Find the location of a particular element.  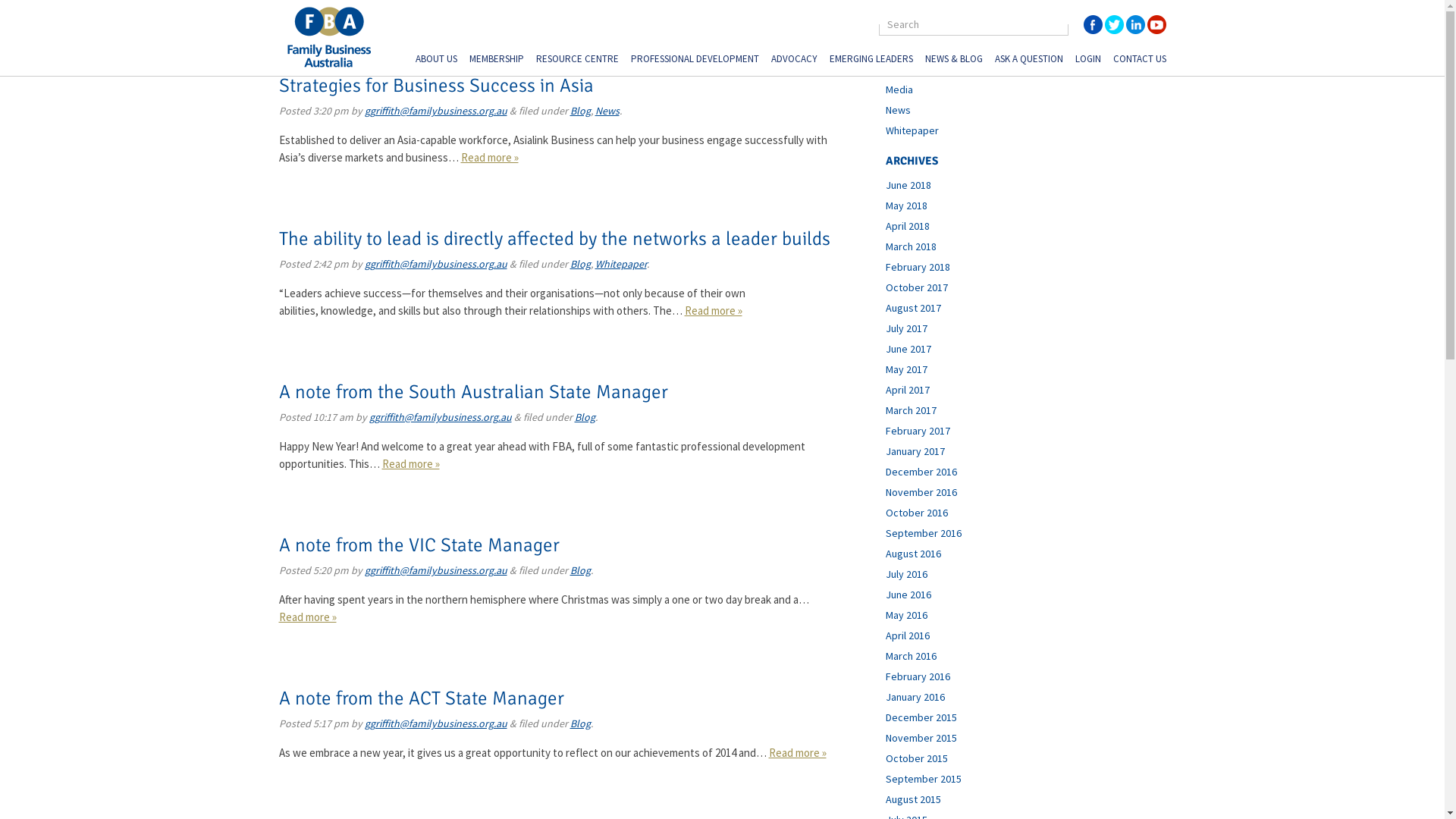

'January 2016' is located at coordinates (914, 696).